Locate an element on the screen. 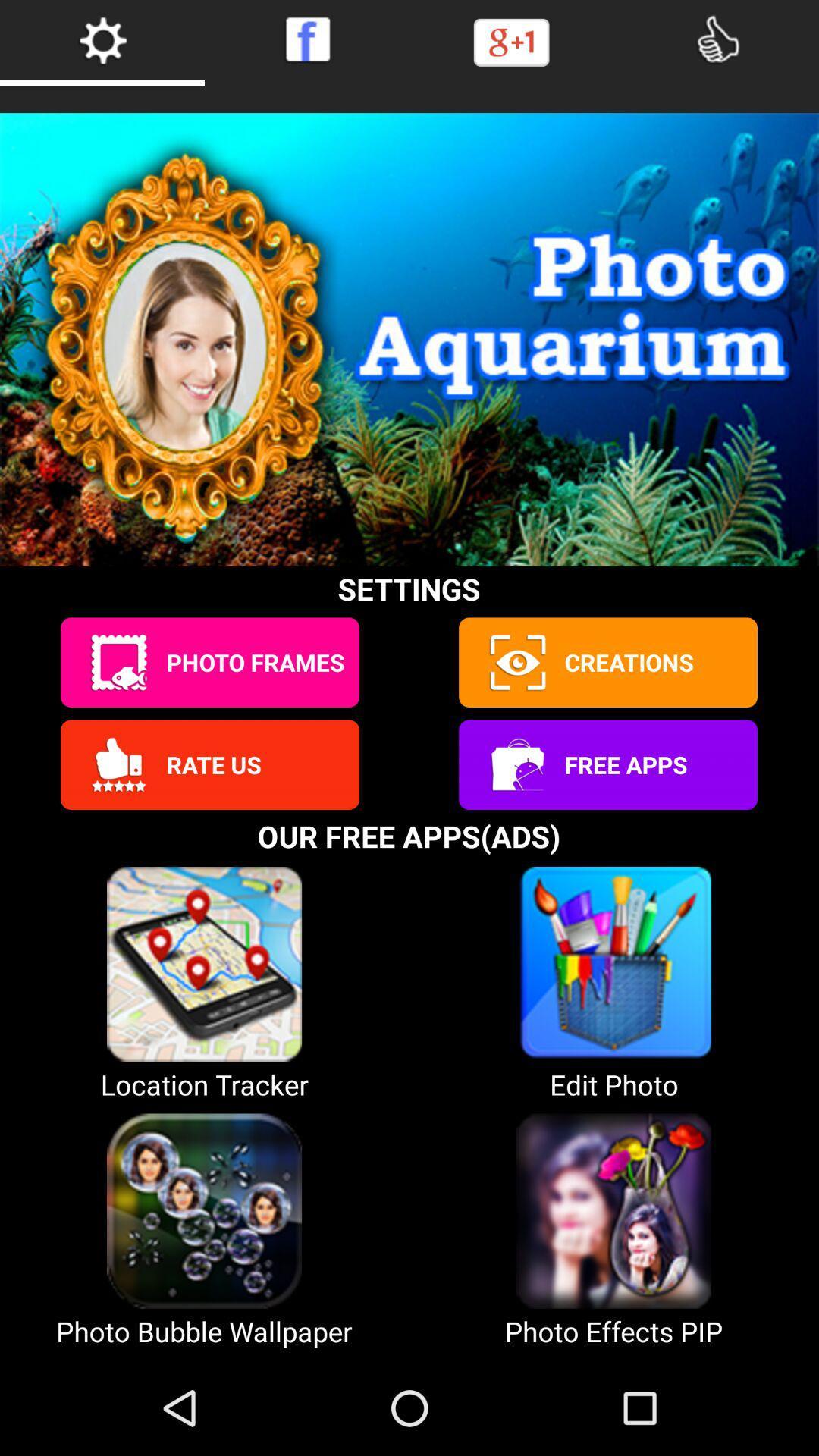 This screenshot has height=1456, width=819. like us is located at coordinates (717, 39).